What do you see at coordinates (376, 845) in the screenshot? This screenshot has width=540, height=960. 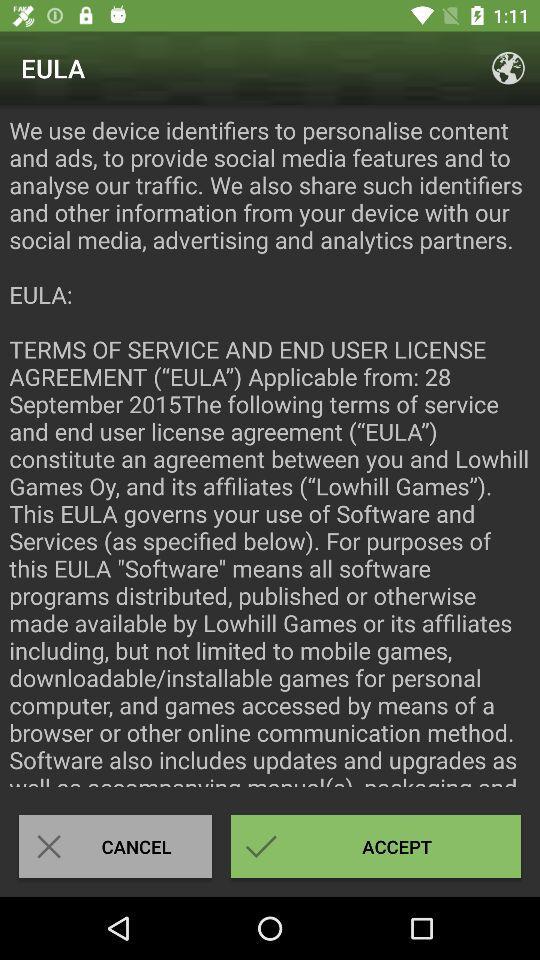 I see `the item below we use device item` at bounding box center [376, 845].